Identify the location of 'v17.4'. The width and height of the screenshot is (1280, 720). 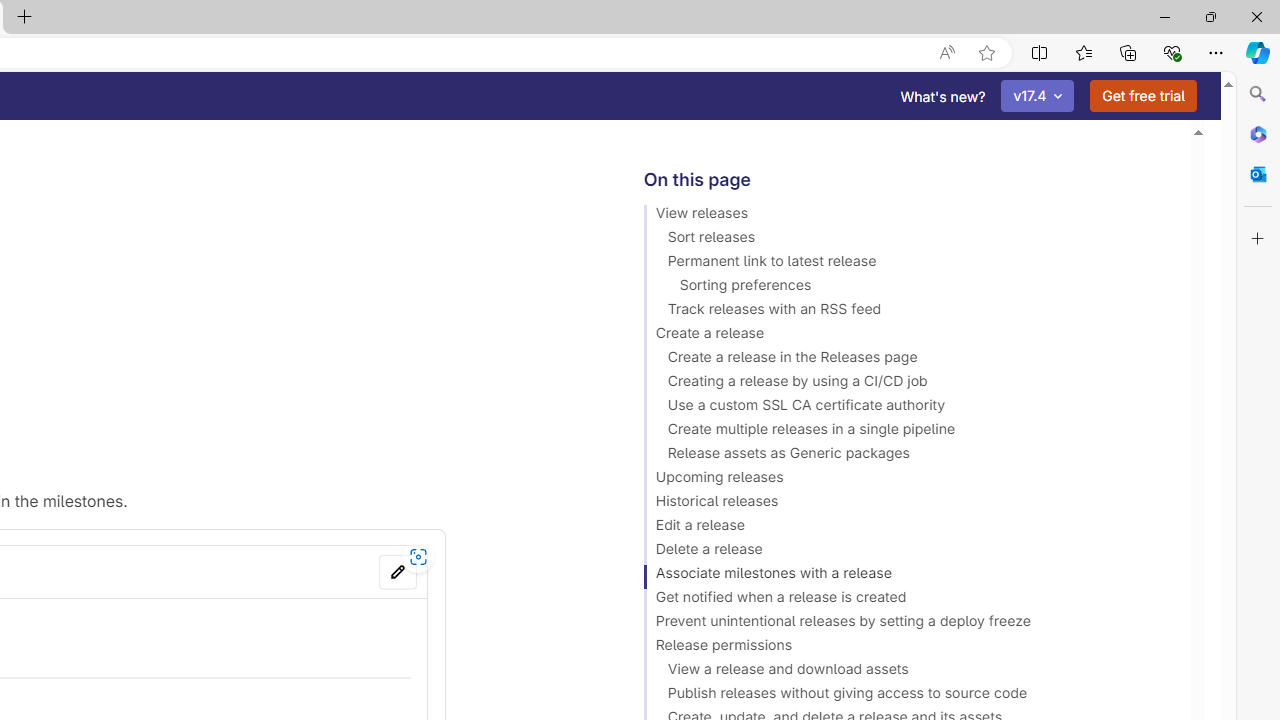
(1038, 96).